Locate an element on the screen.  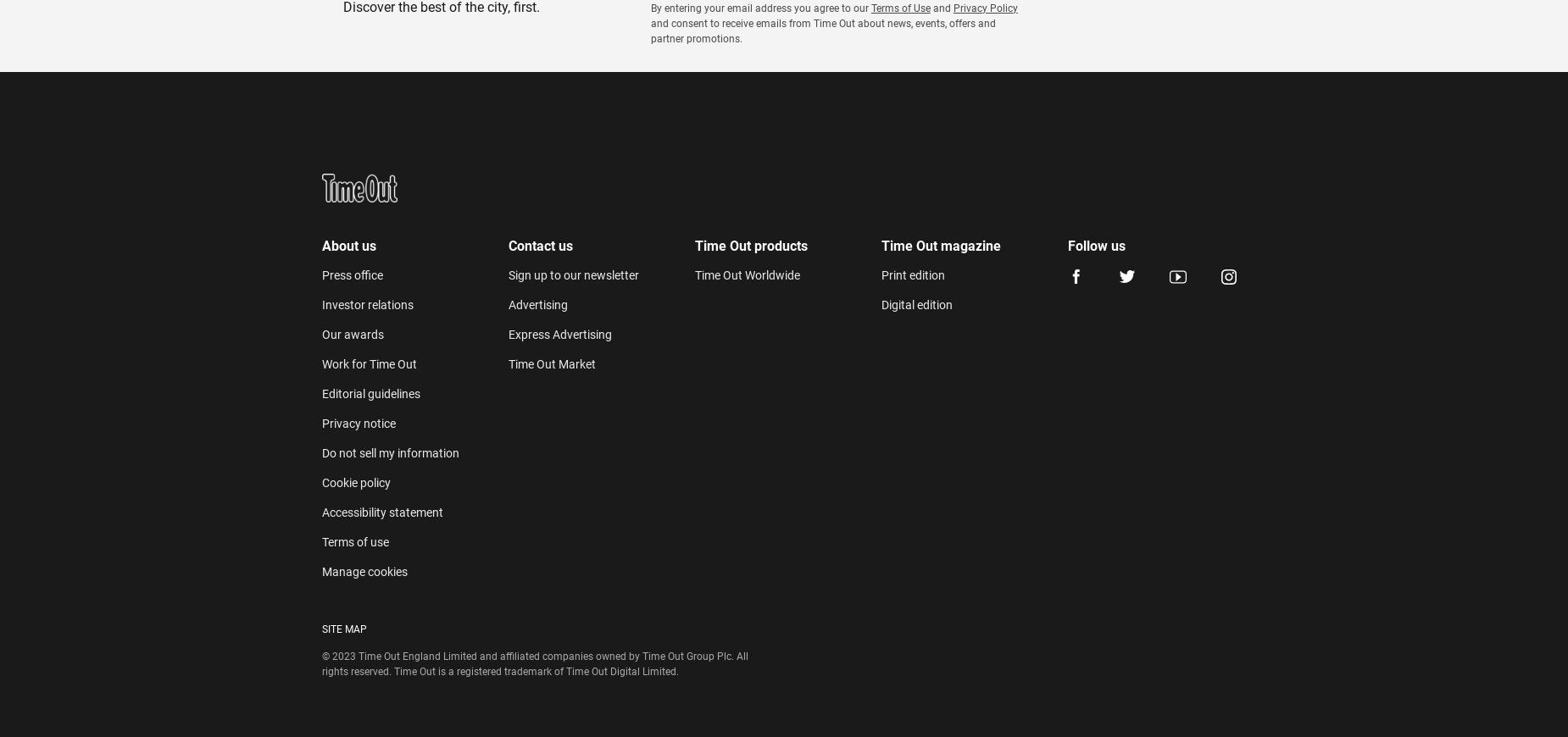
'Time Out products' is located at coordinates (751, 245).